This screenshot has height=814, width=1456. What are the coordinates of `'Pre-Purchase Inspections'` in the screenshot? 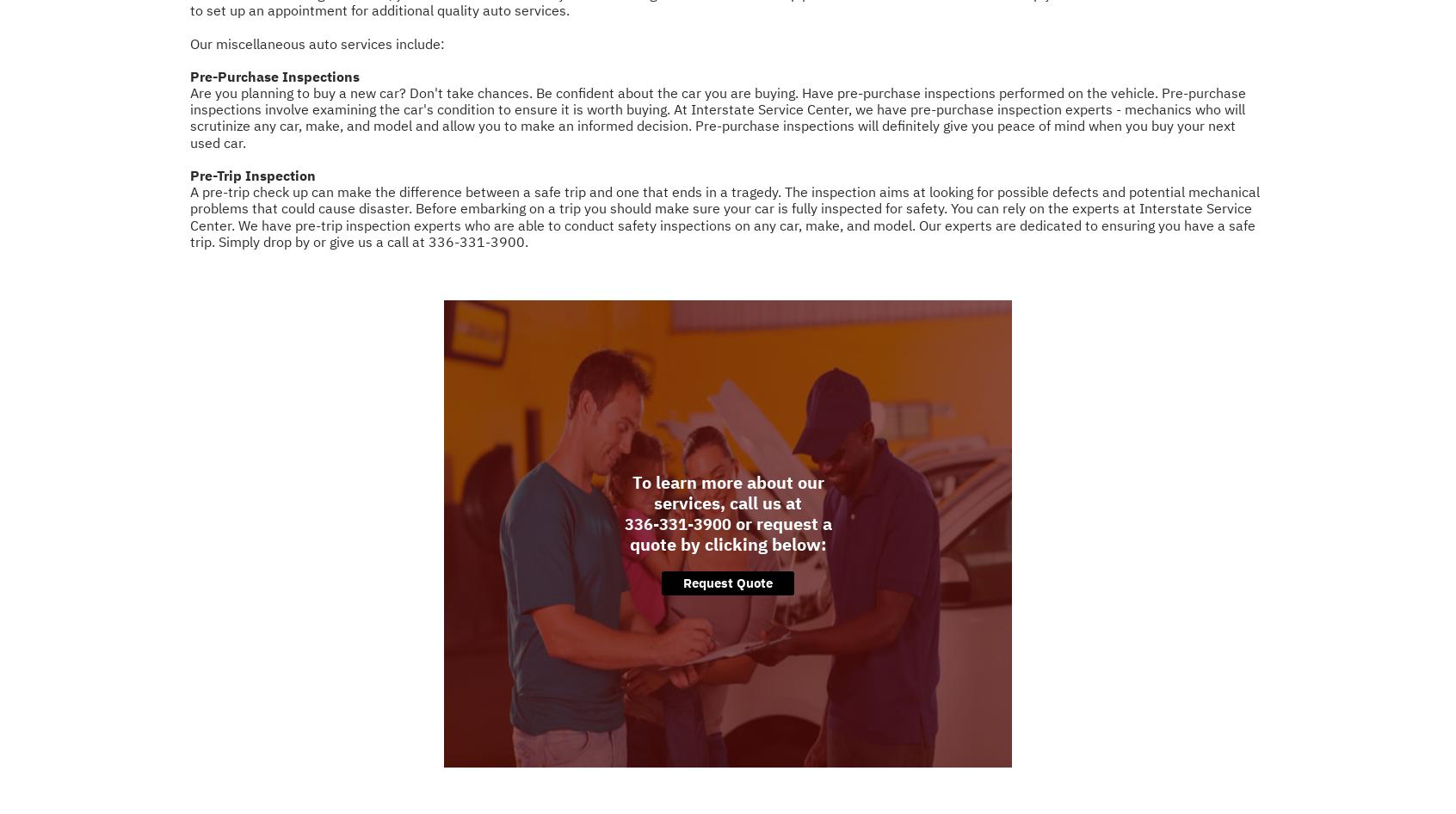 It's located at (274, 74).